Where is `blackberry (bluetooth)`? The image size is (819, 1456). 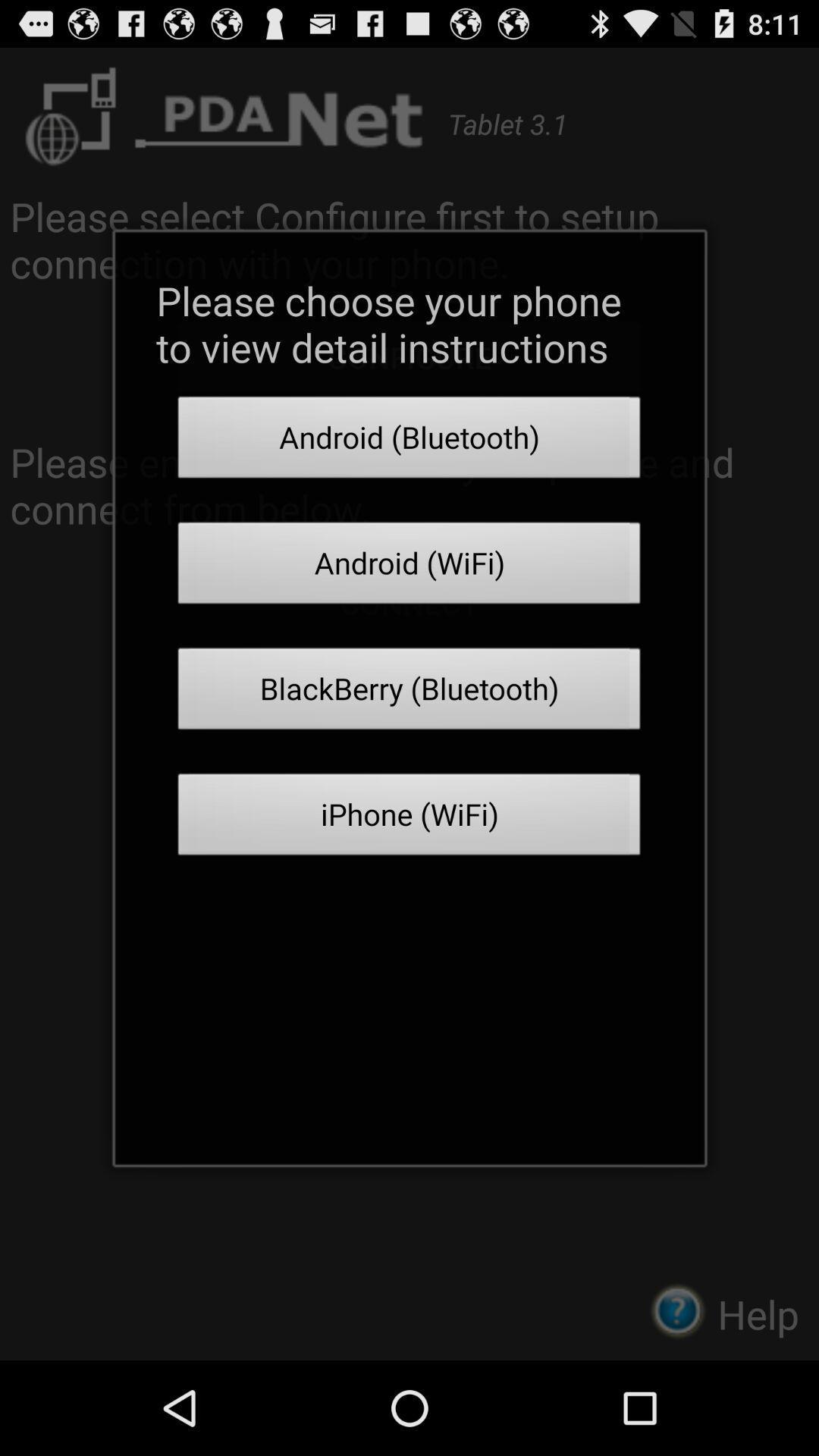 blackberry (bluetooth) is located at coordinates (409, 692).